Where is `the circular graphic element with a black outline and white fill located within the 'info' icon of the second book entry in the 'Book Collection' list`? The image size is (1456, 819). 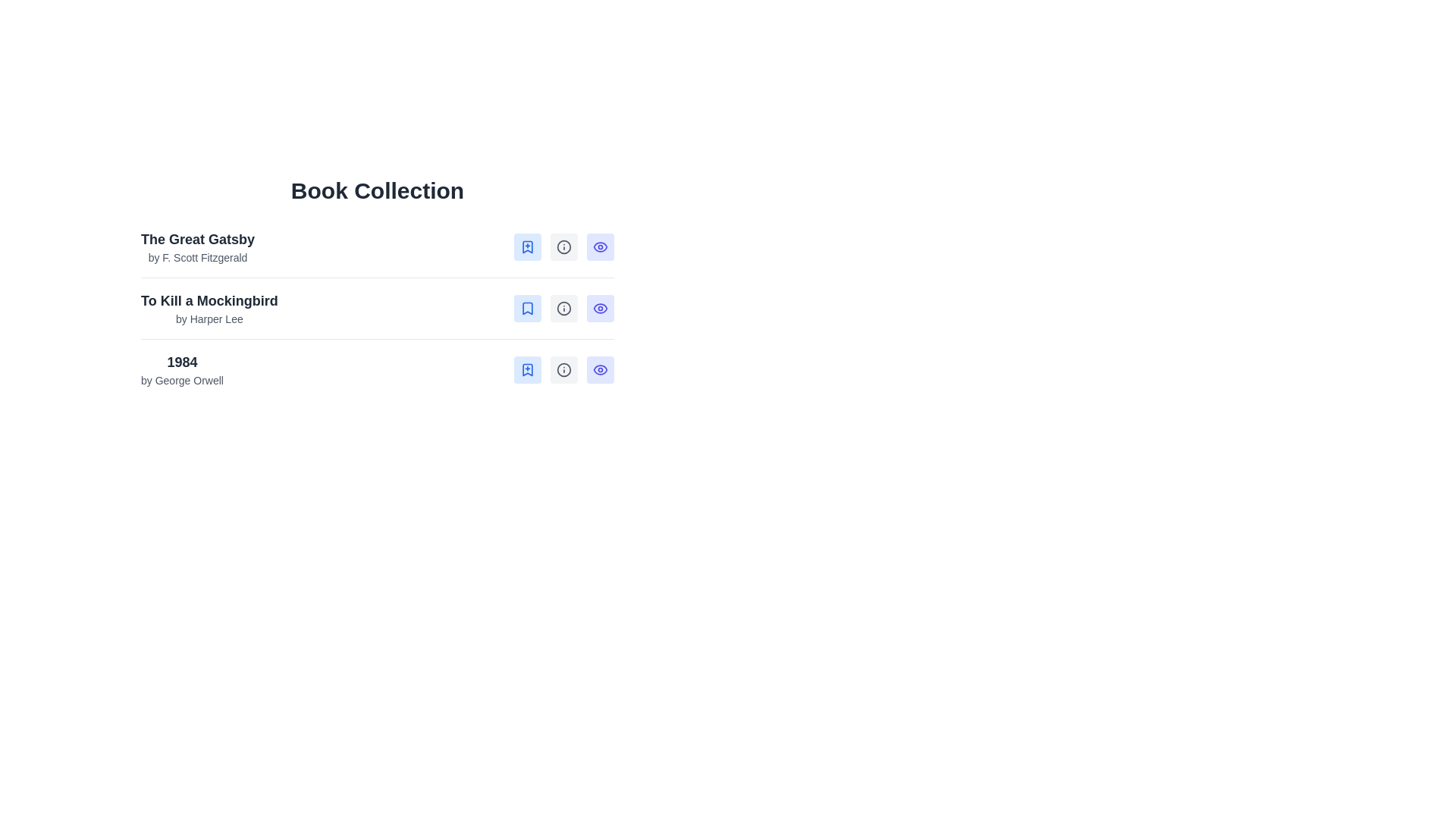
the circular graphic element with a black outline and white fill located within the 'info' icon of the second book entry in the 'Book Collection' list is located at coordinates (563, 308).